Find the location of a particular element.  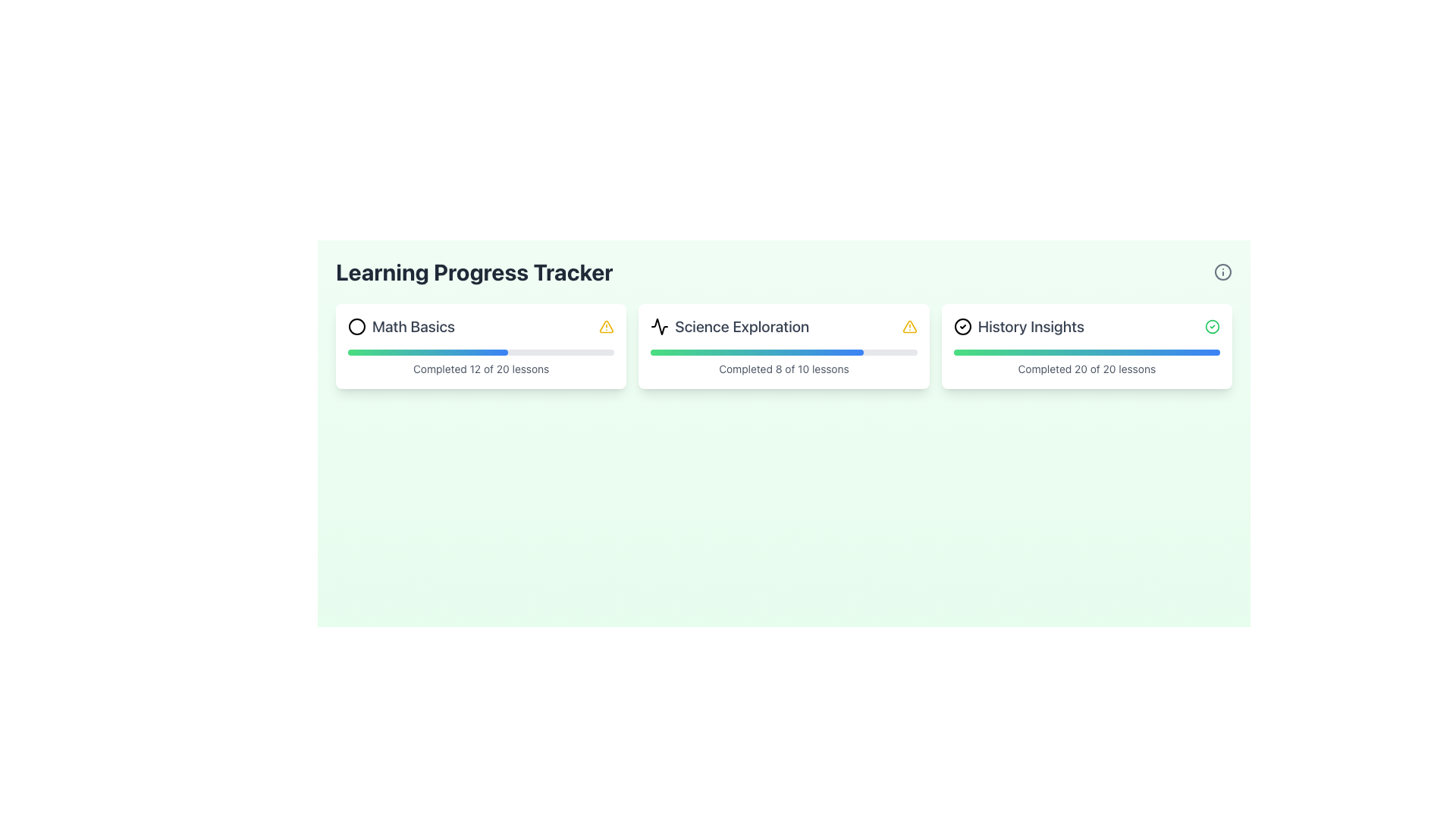

the circular checkmark icon located in the header of the 'History Insights' card under 'Learning Progress Tracker' is located at coordinates (962, 326).